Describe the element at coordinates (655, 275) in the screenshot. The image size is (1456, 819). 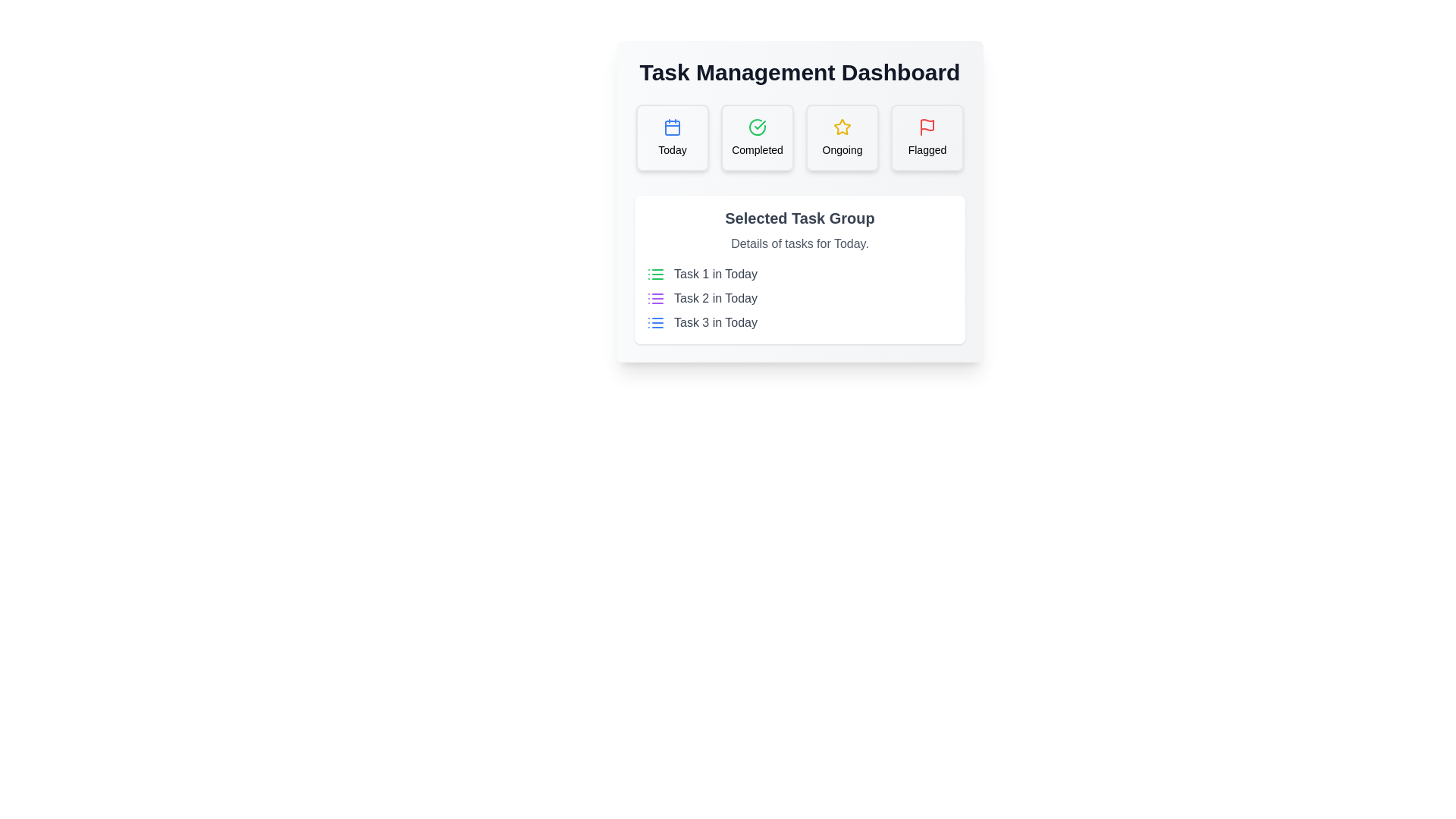
I see `the green list icon located to the left of the text 'Task 1 in Today' in the task listing interface` at that location.